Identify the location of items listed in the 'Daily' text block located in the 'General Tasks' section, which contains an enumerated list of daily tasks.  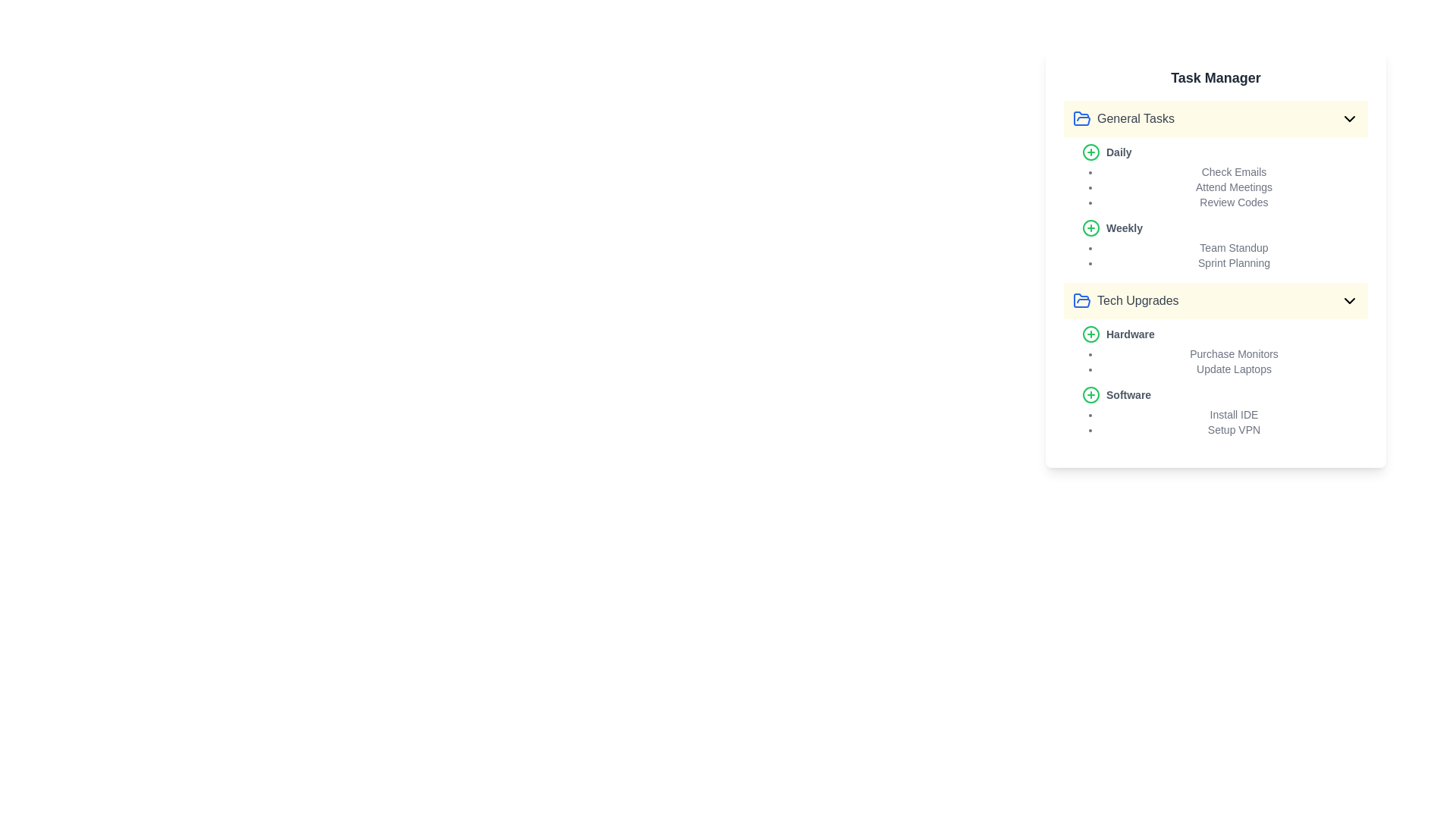
(1225, 175).